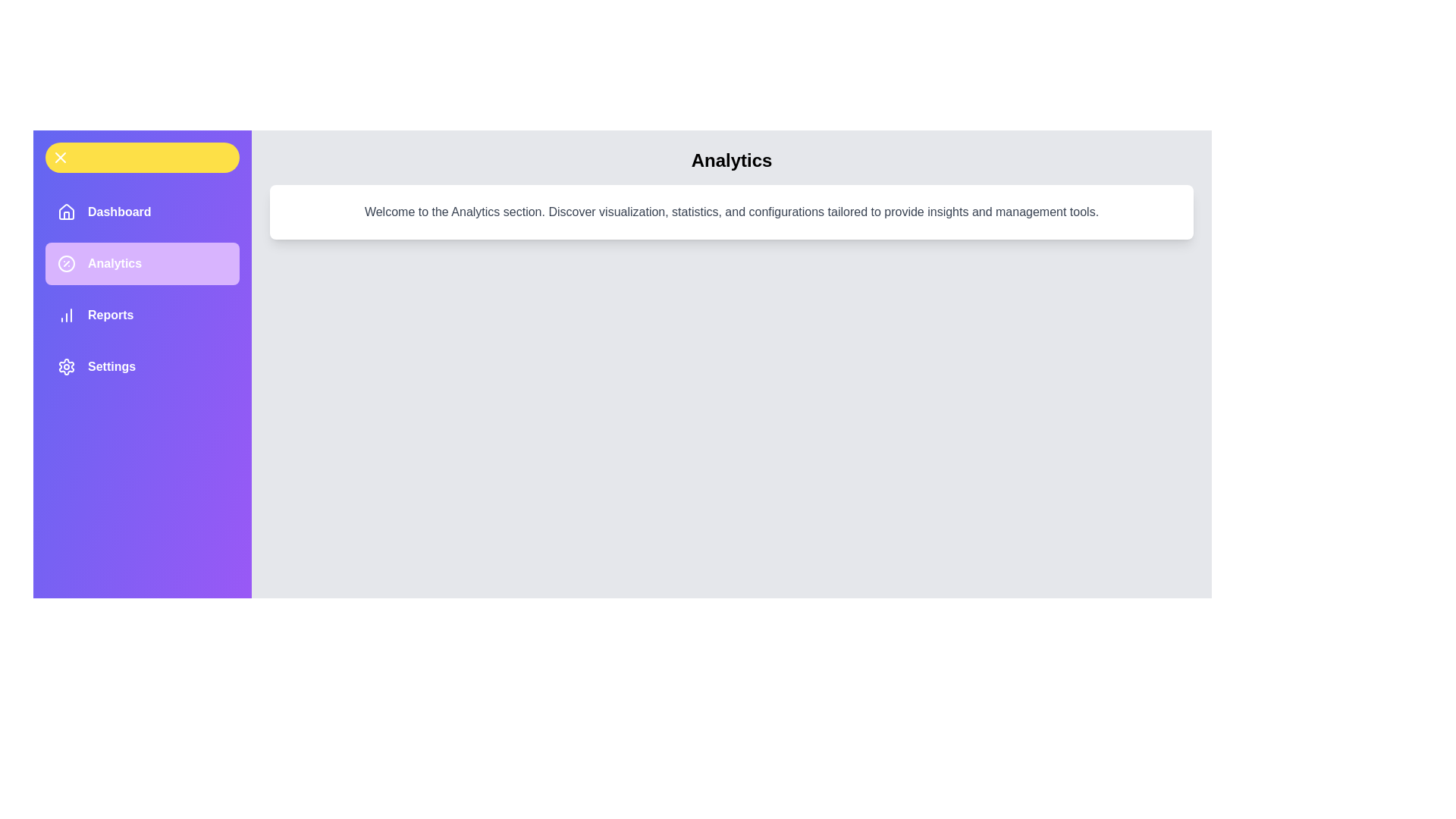 Image resolution: width=1456 pixels, height=819 pixels. I want to click on the menu item labeled Reports to navigate to the corresponding section, so click(142, 315).